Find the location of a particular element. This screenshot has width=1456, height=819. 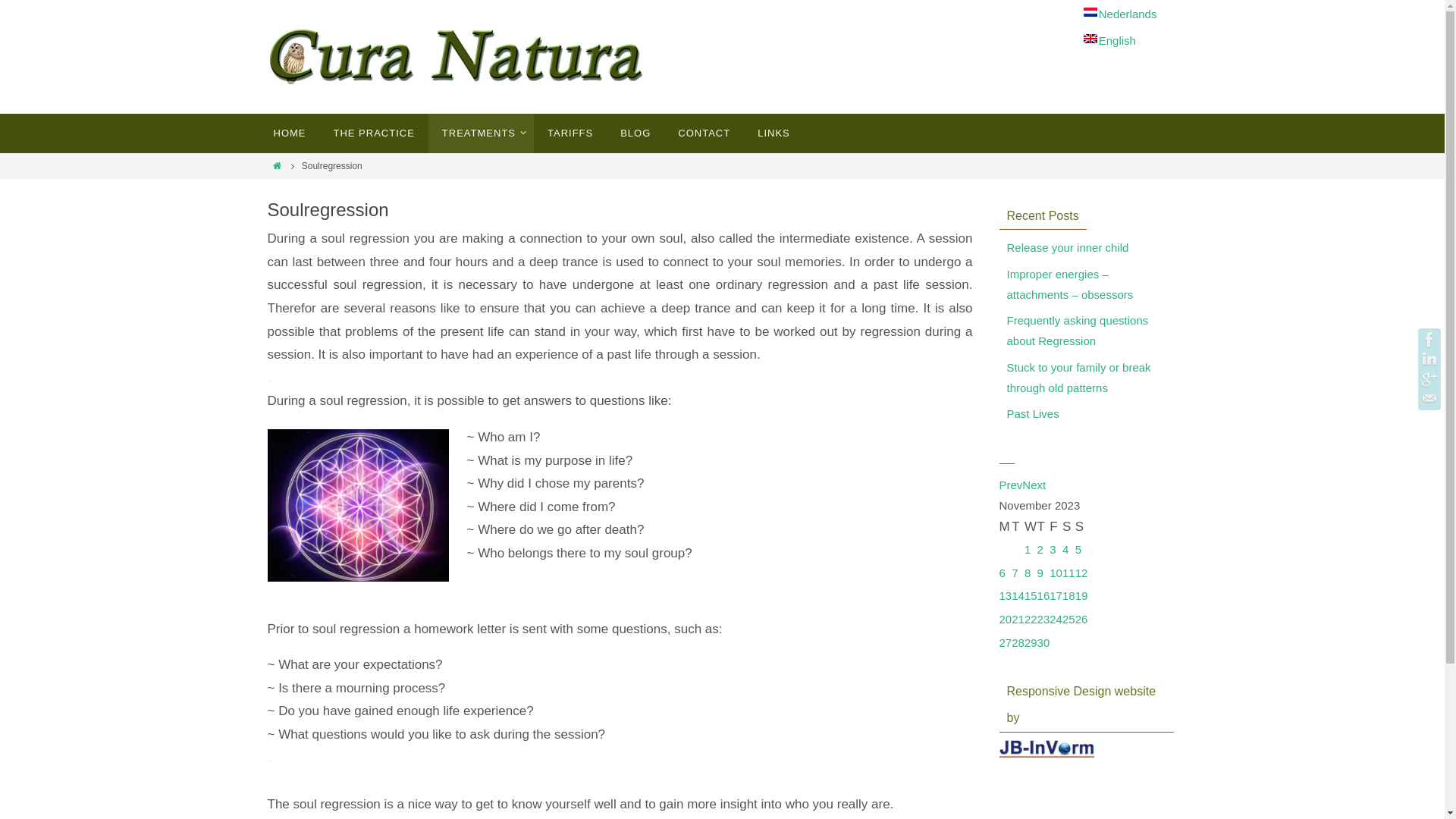

'15' is located at coordinates (1024, 595).